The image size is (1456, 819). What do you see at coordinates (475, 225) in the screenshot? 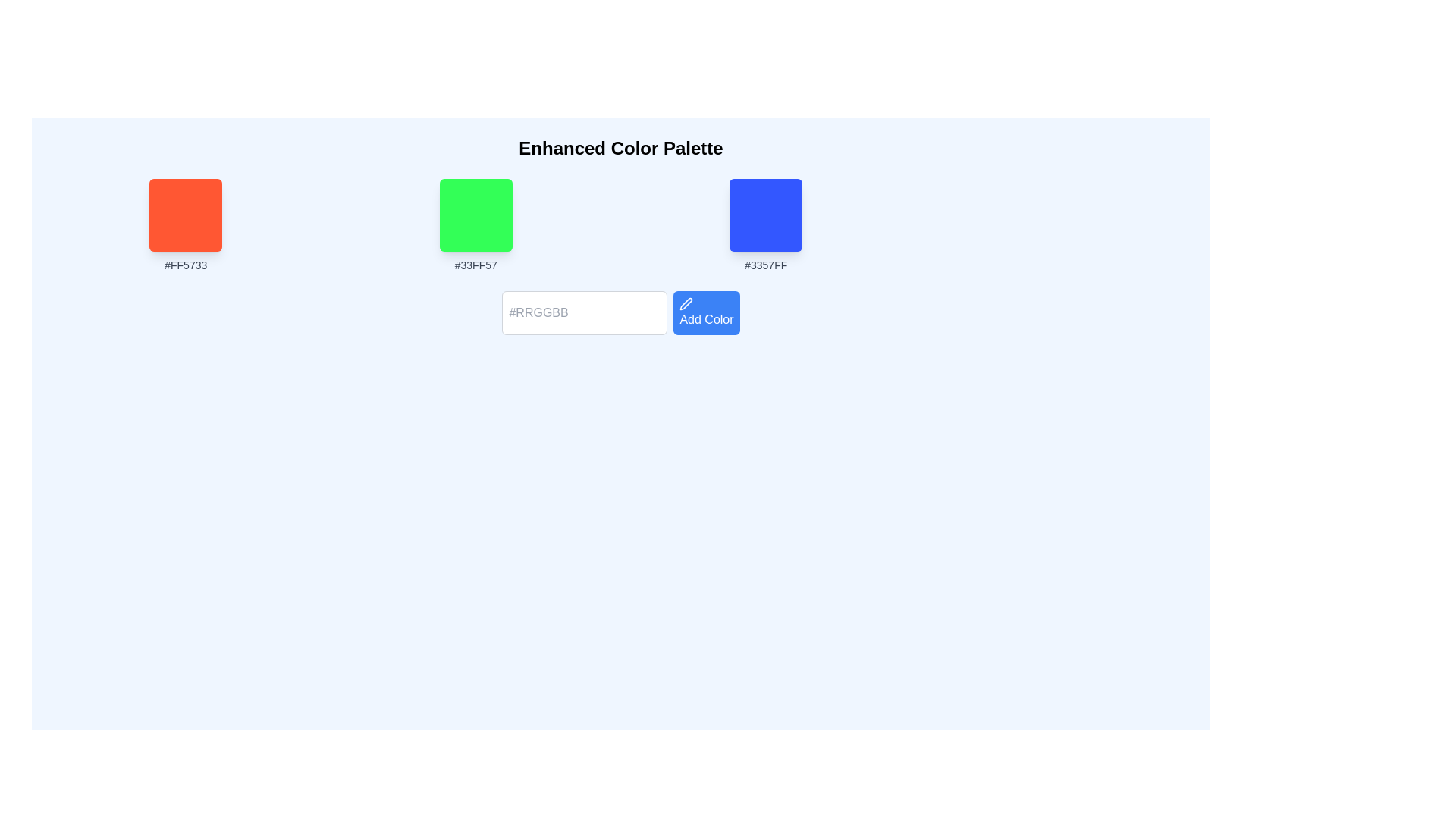
I see `the green color swatch represented by the hex value '#33FF57', which is the second option` at bounding box center [475, 225].